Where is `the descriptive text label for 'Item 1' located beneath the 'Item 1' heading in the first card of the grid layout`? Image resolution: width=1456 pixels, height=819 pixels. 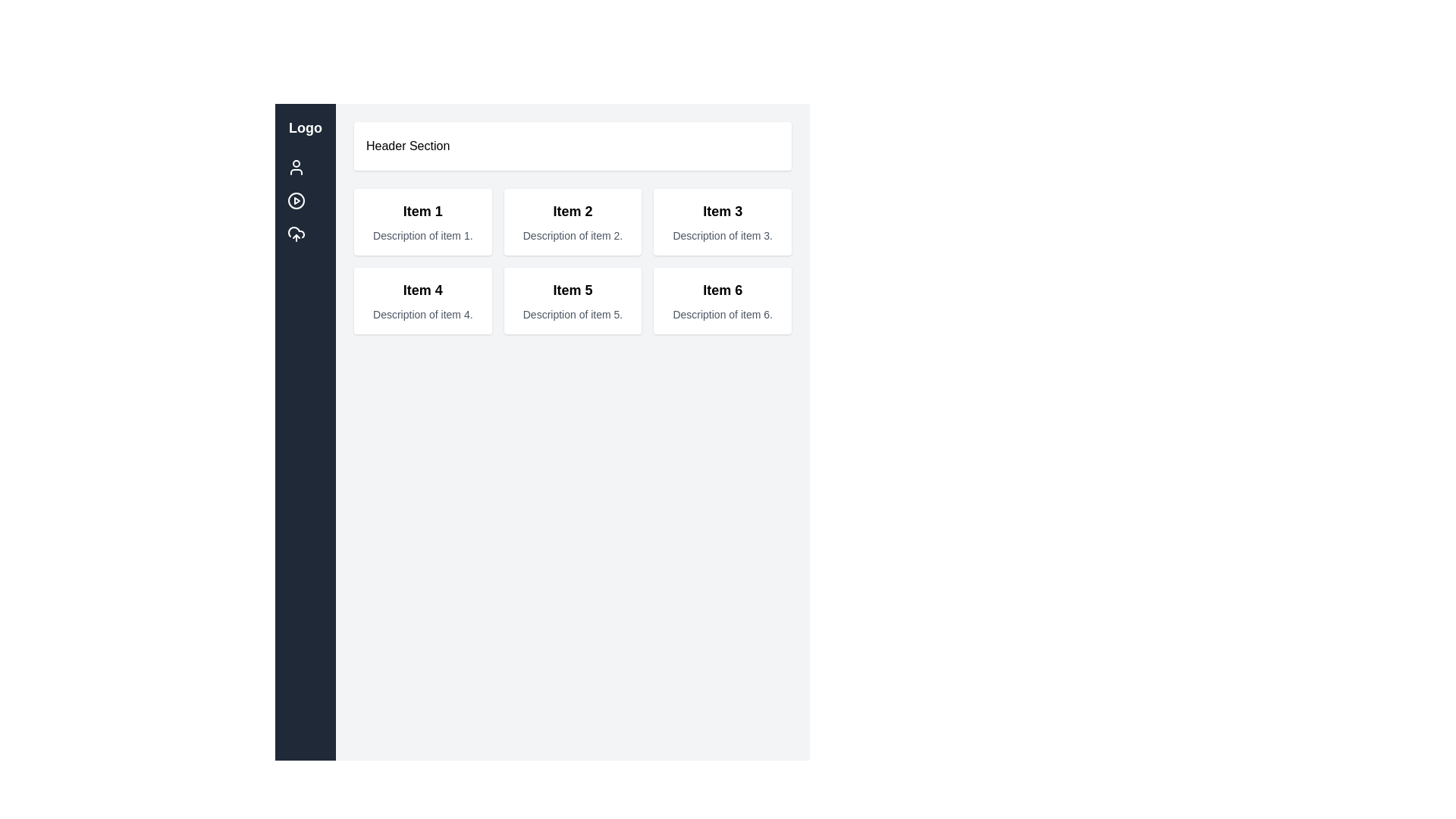 the descriptive text label for 'Item 1' located beneath the 'Item 1' heading in the first card of the grid layout is located at coordinates (422, 236).